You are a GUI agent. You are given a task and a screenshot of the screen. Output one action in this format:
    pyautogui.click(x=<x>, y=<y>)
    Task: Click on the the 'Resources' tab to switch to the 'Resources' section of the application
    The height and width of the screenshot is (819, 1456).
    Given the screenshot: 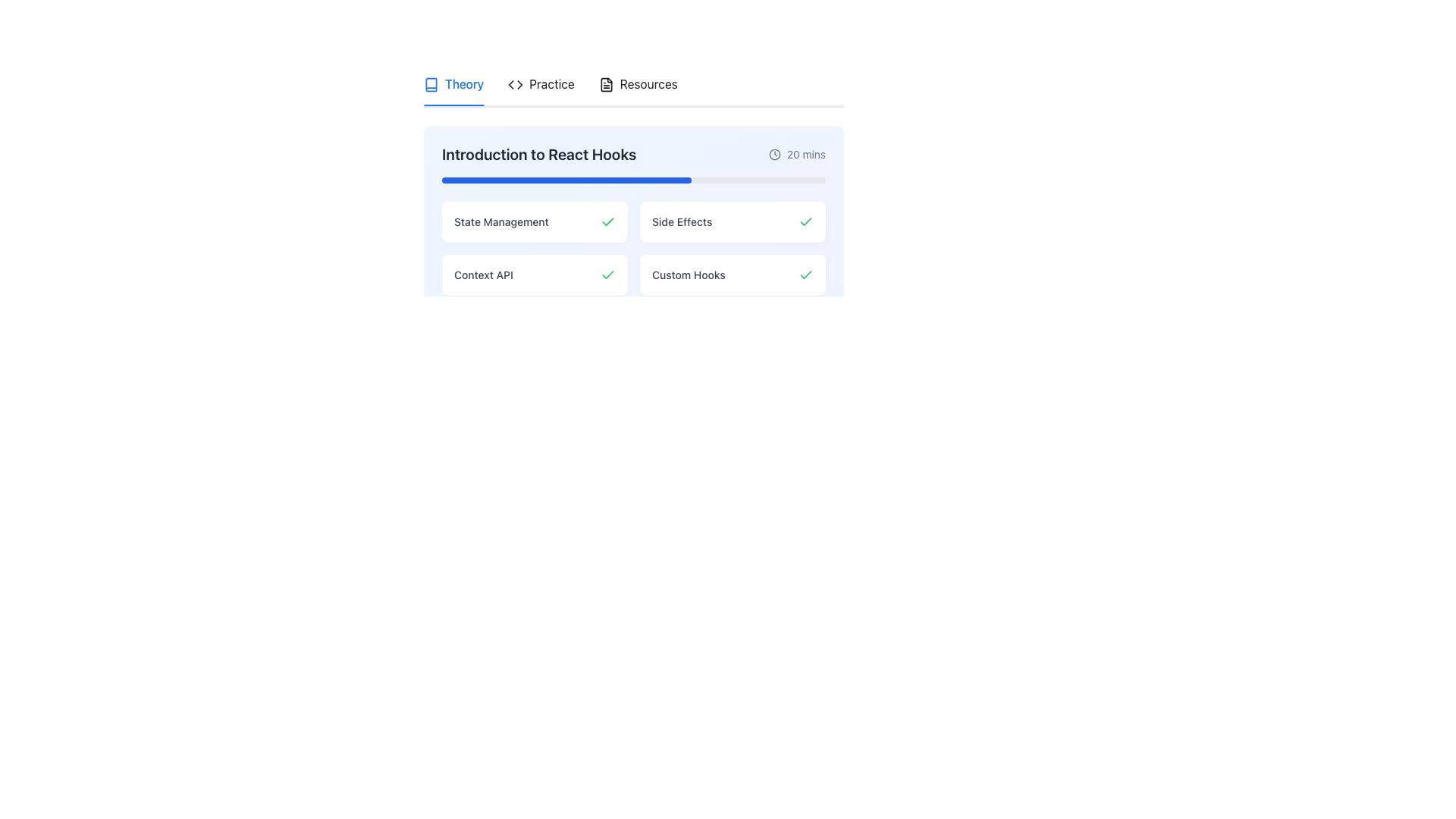 What is the action you would take?
    pyautogui.click(x=638, y=84)
    